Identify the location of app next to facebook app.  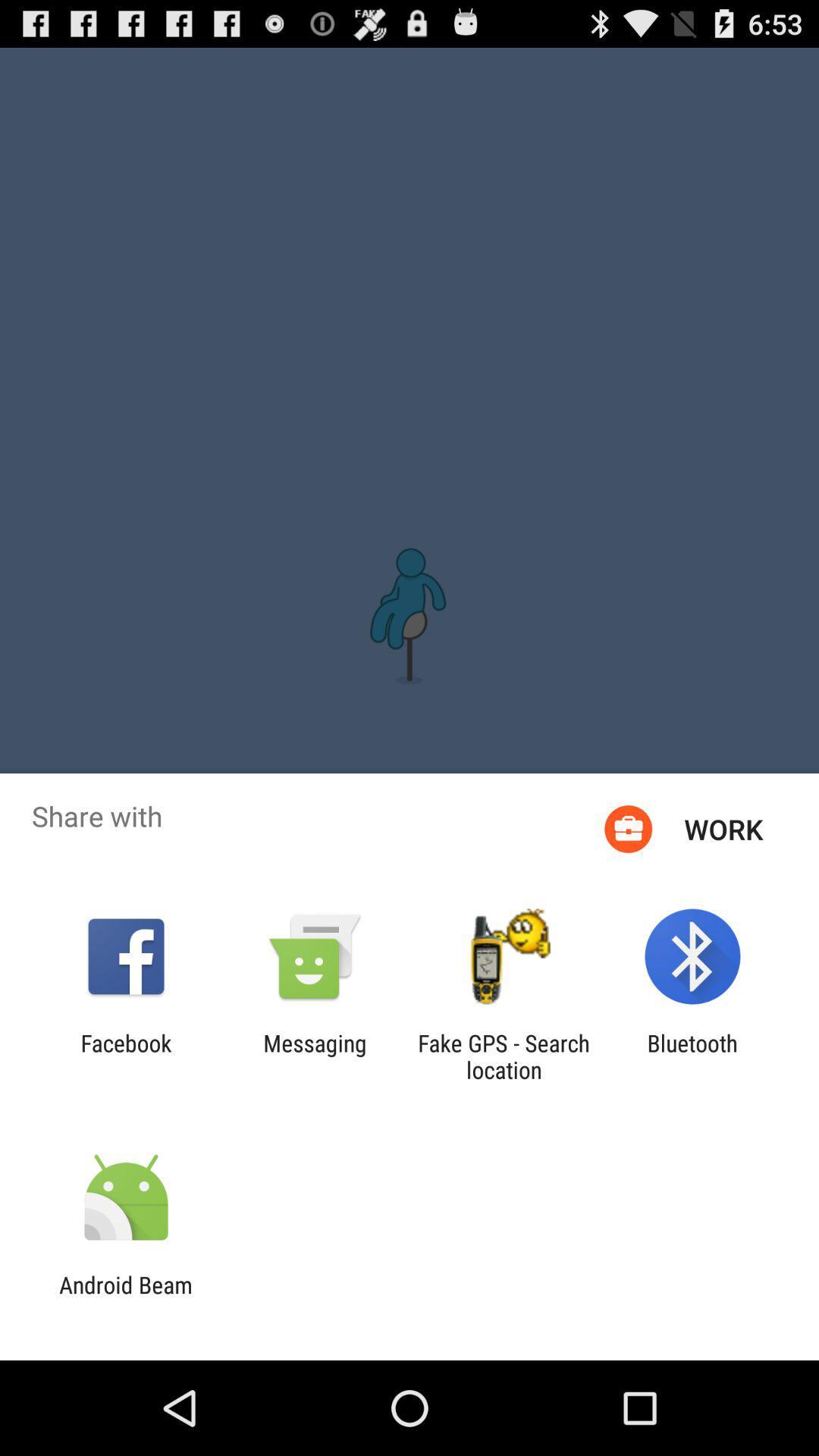
(314, 1056).